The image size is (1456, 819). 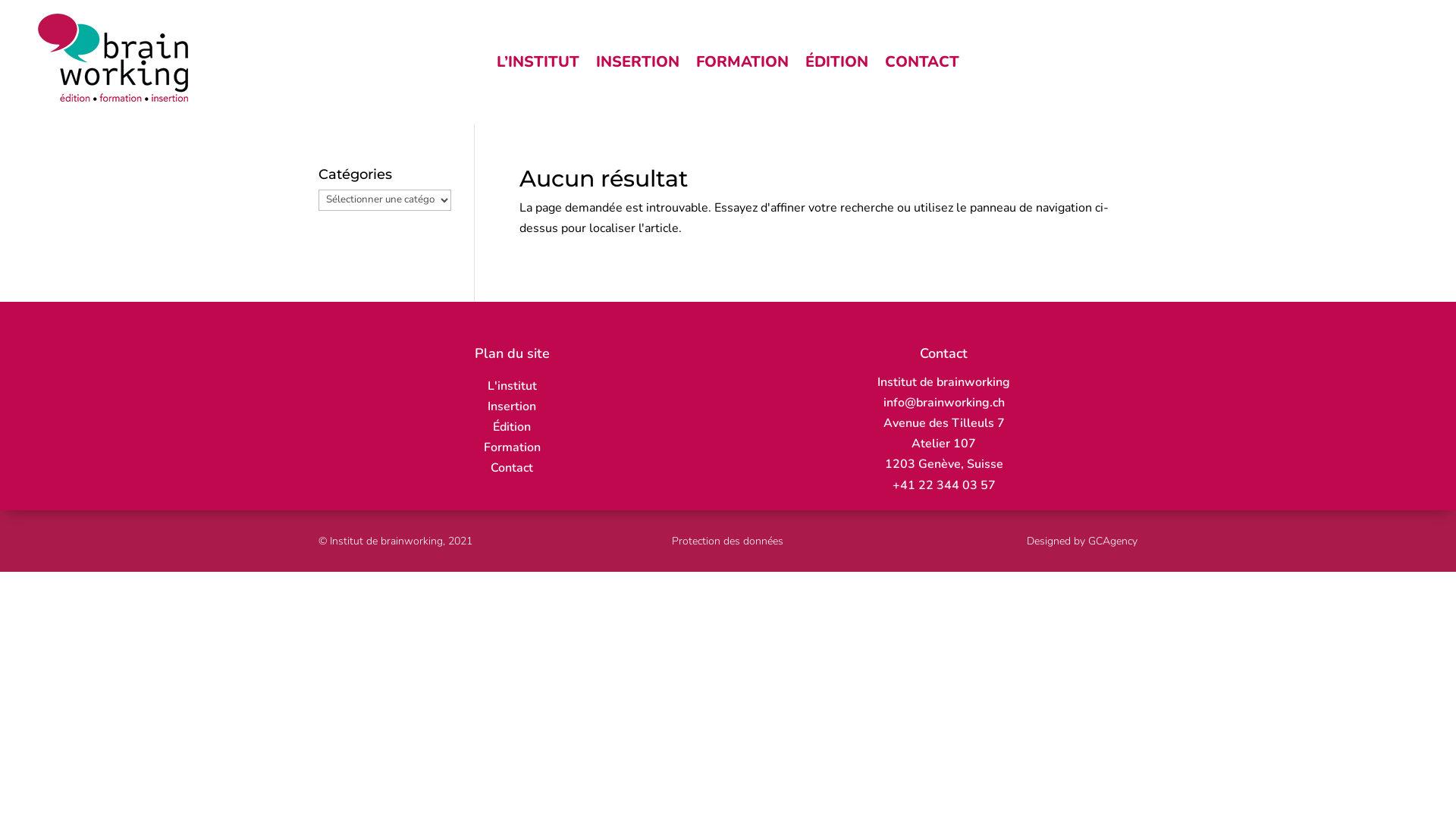 I want to click on 'CONTACT', so click(x=921, y=64).